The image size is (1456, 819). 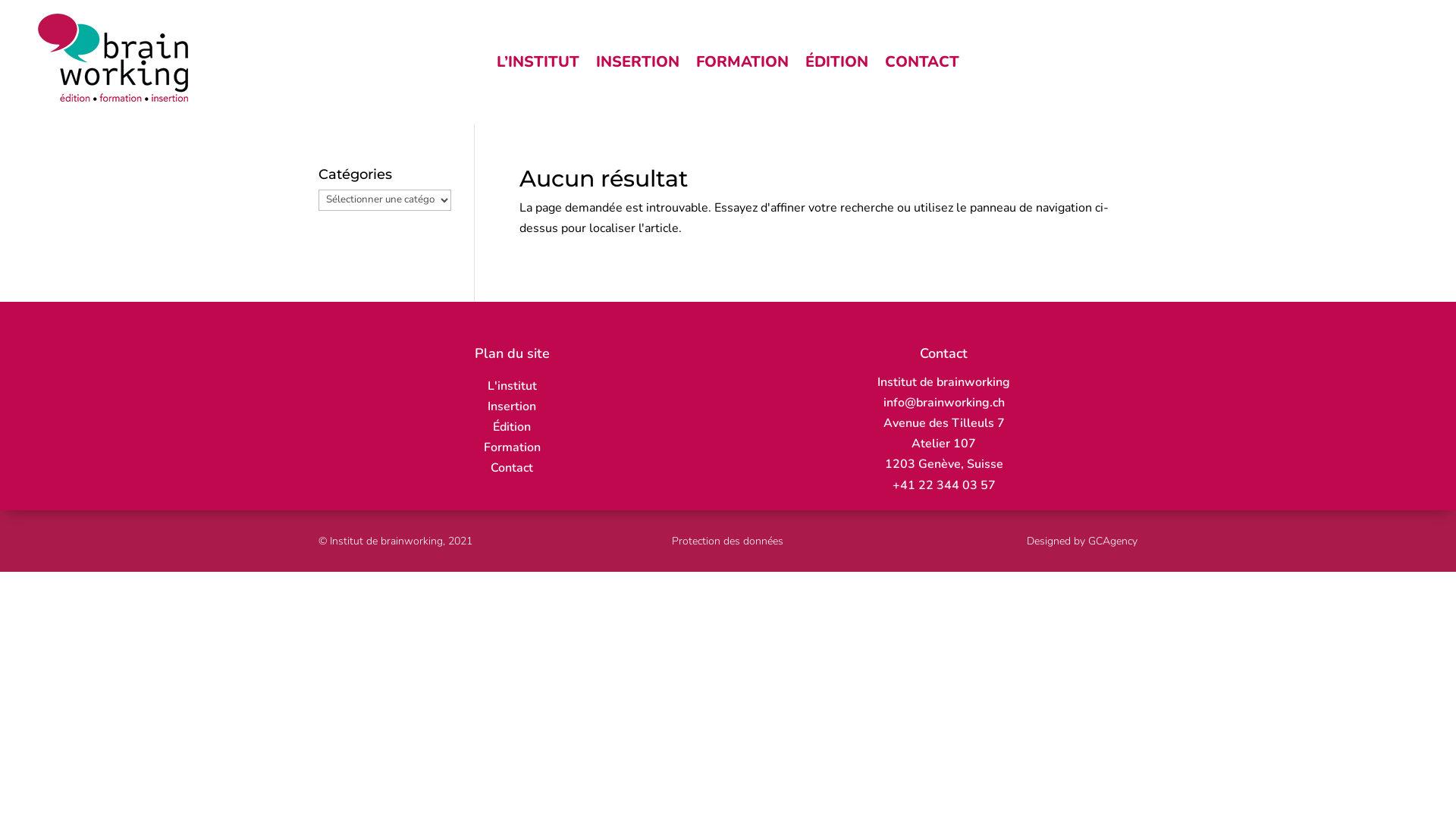 I want to click on 'CONTACT', so click(x=921, y=64).